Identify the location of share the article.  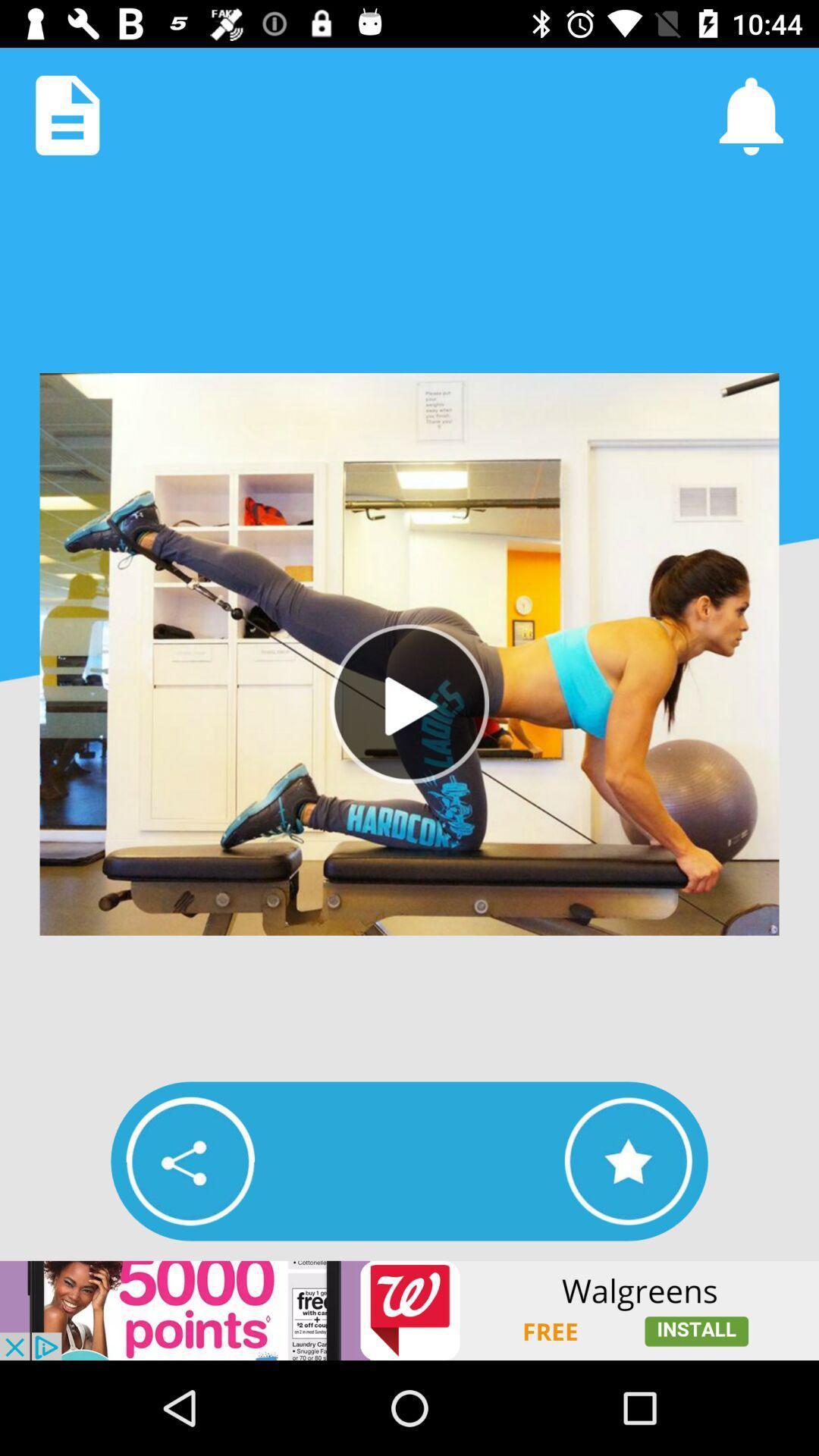
(190, 1160).